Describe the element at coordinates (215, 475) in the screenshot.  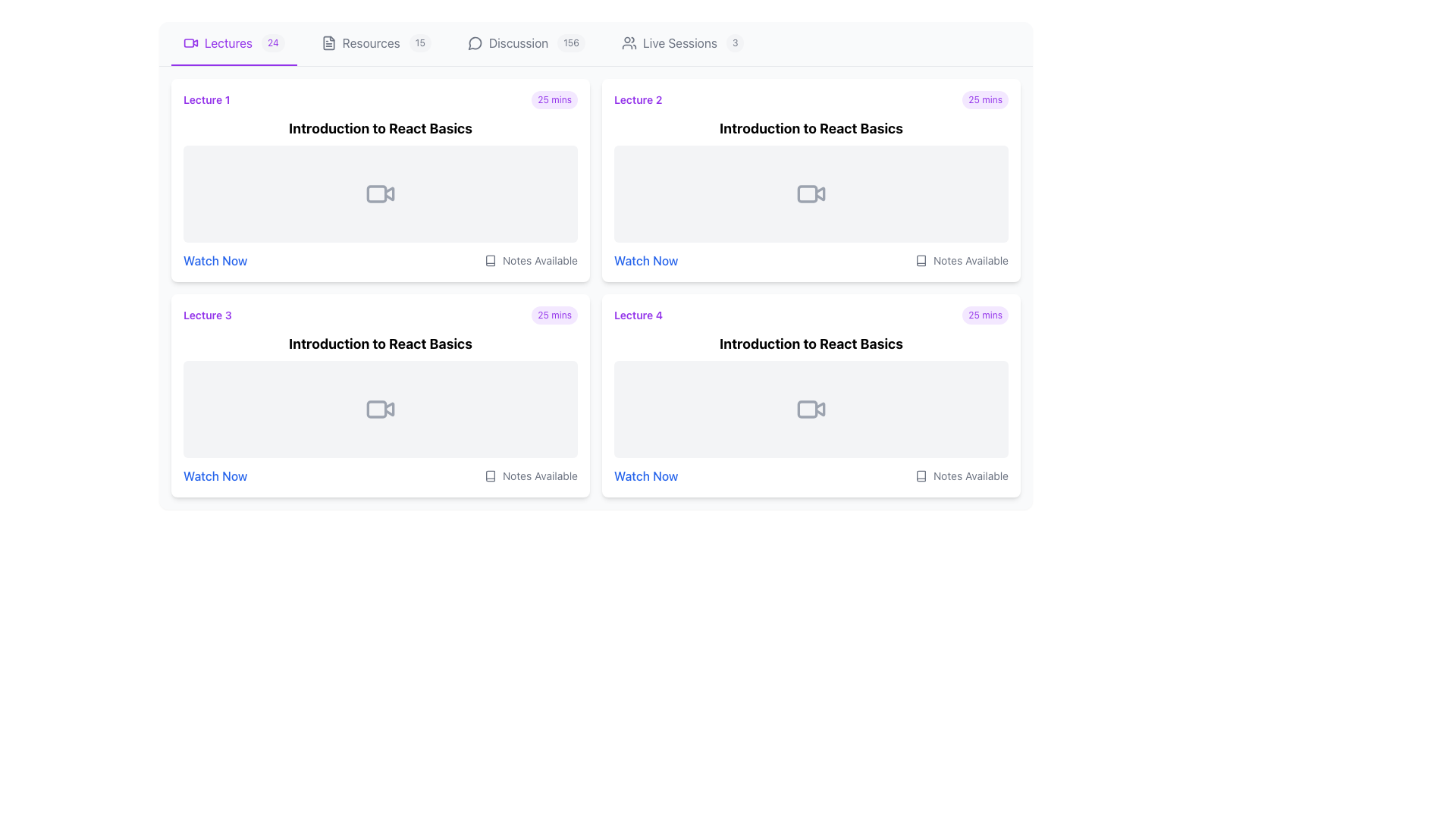
I see `the leftmost hyperlink that invites the user to watch a specific lecture, located before the 'Notes Available' text and icon` at that location.